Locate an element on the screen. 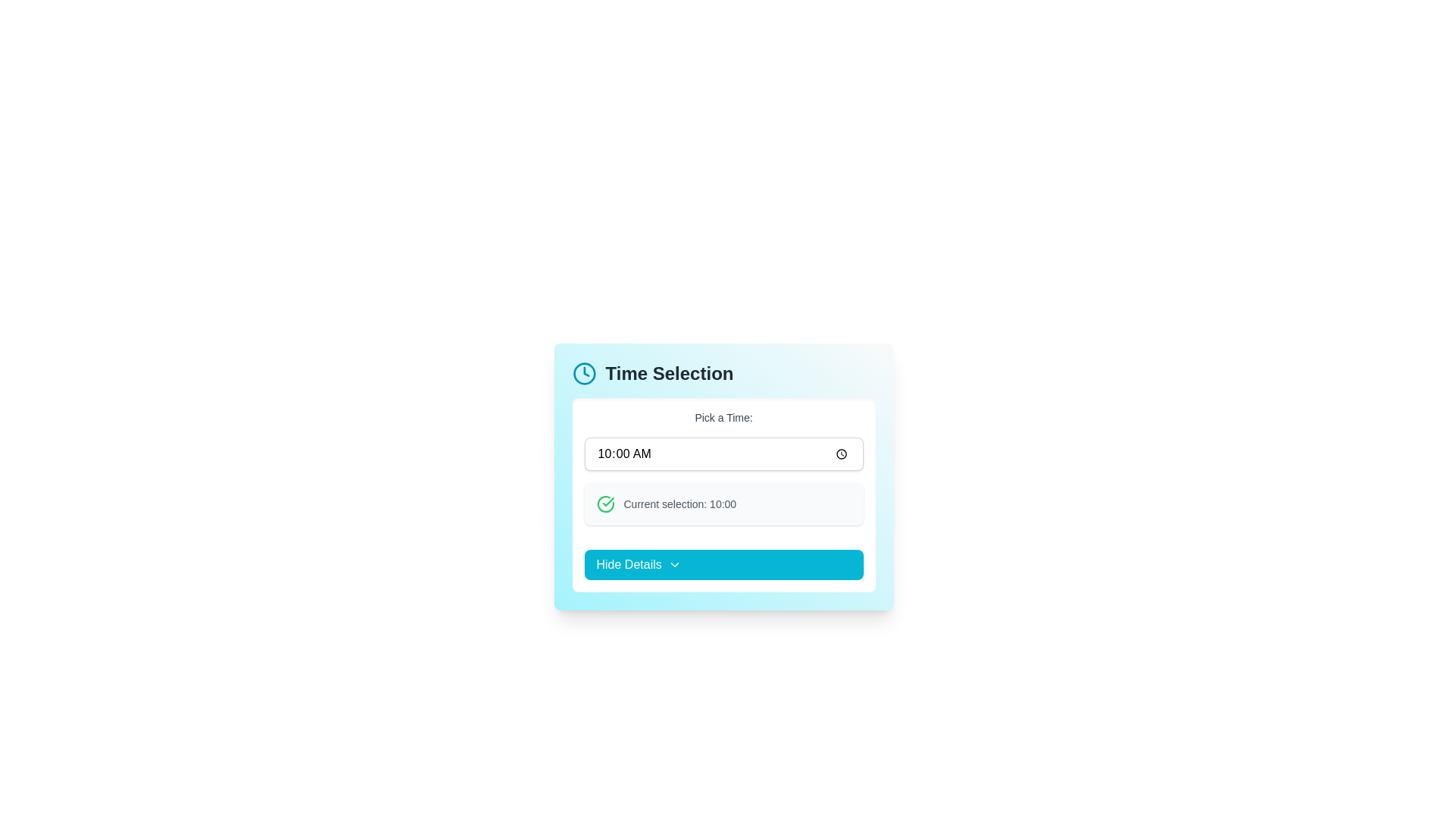 This screenshot has height=819, width=1456. the graphical circle within the SVG clock icon, which serves as a contextual indicator for the 'Time Selection' section is located at coordinates (583, 374).